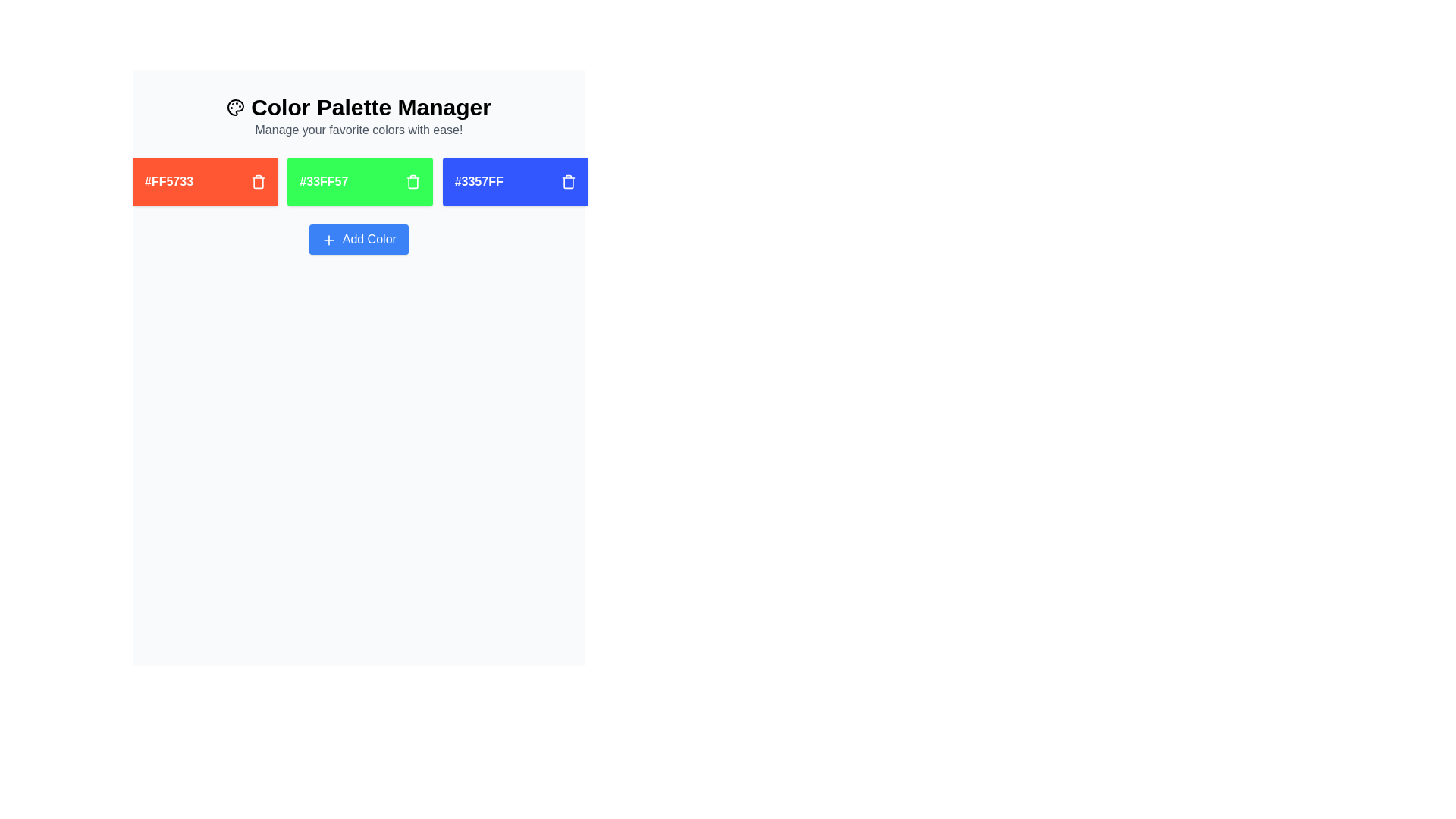 This screenshot has width=1456, height=819. What do you see at coordinates (567, 182) in the screenshot?
I see `the trash icon indicating deletion for the color palette entry, located to the right of the blue box labeled '#3357FF'` at bounding box center [567, 182].